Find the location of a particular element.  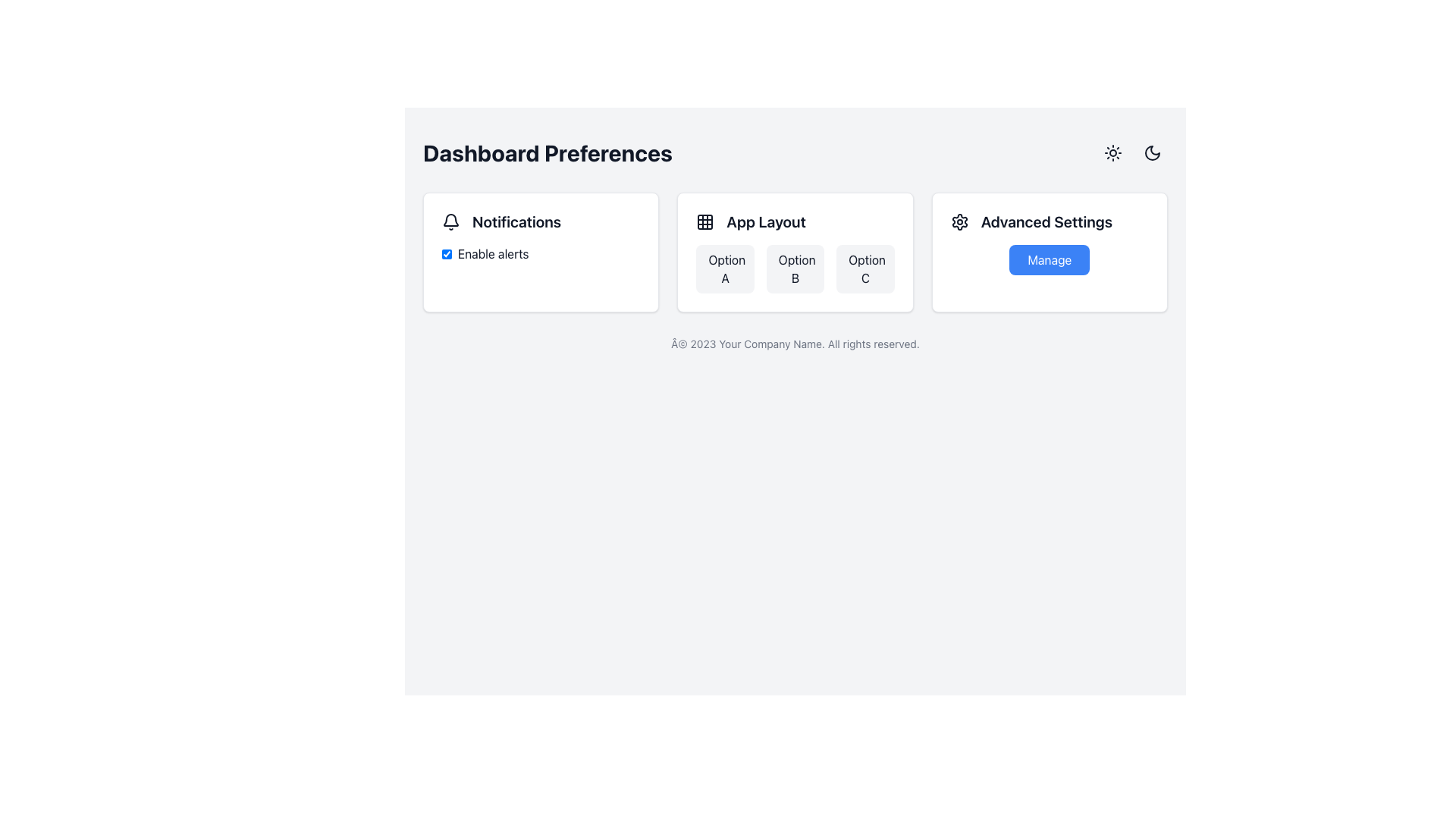

the circular button with a crescent moon icon located in the top-right corner of the interface is located at coordinates (1153, 152).